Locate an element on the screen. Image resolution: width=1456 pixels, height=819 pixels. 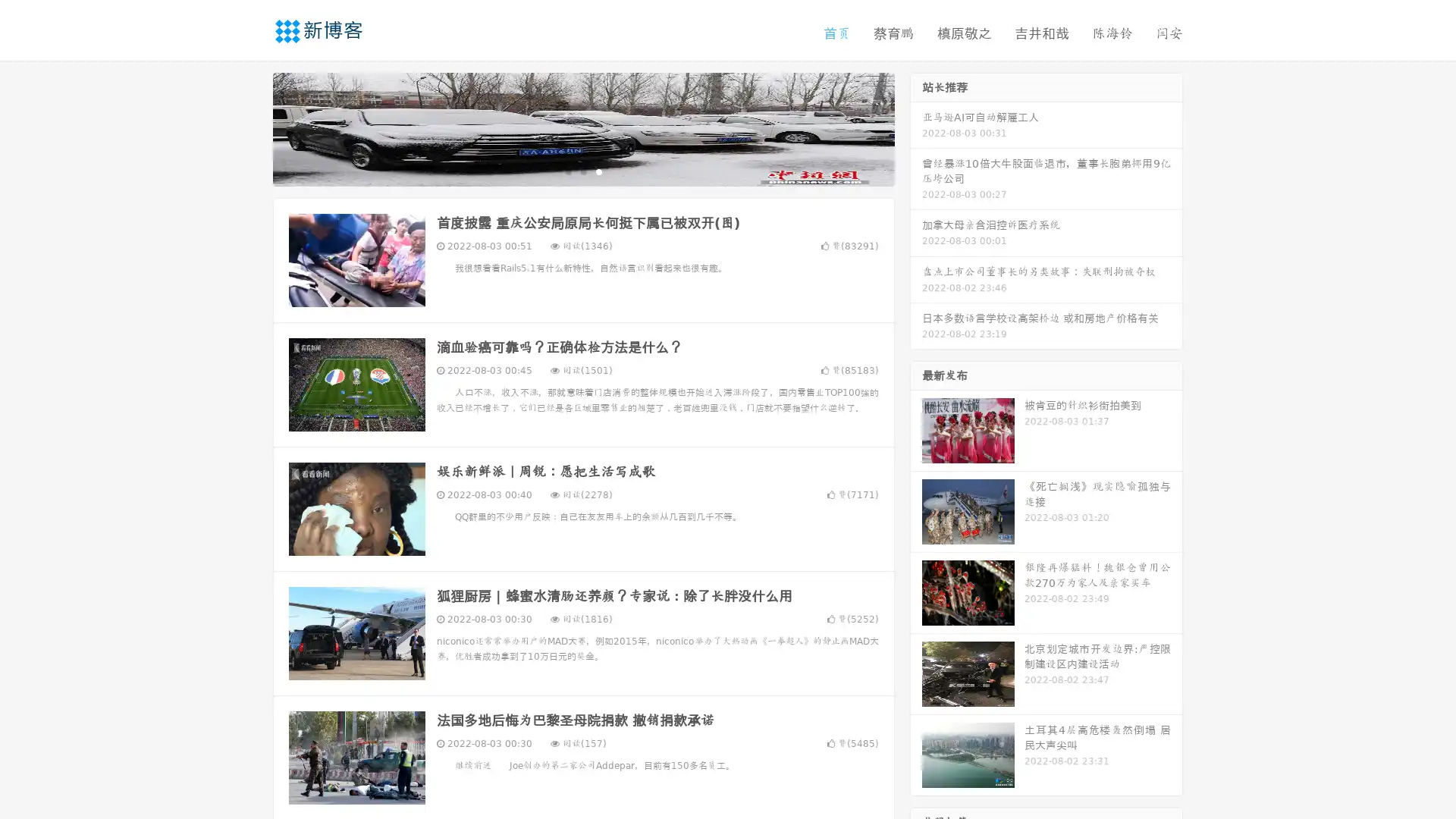
Go to slide 1 is located at coordinates (567, 171).